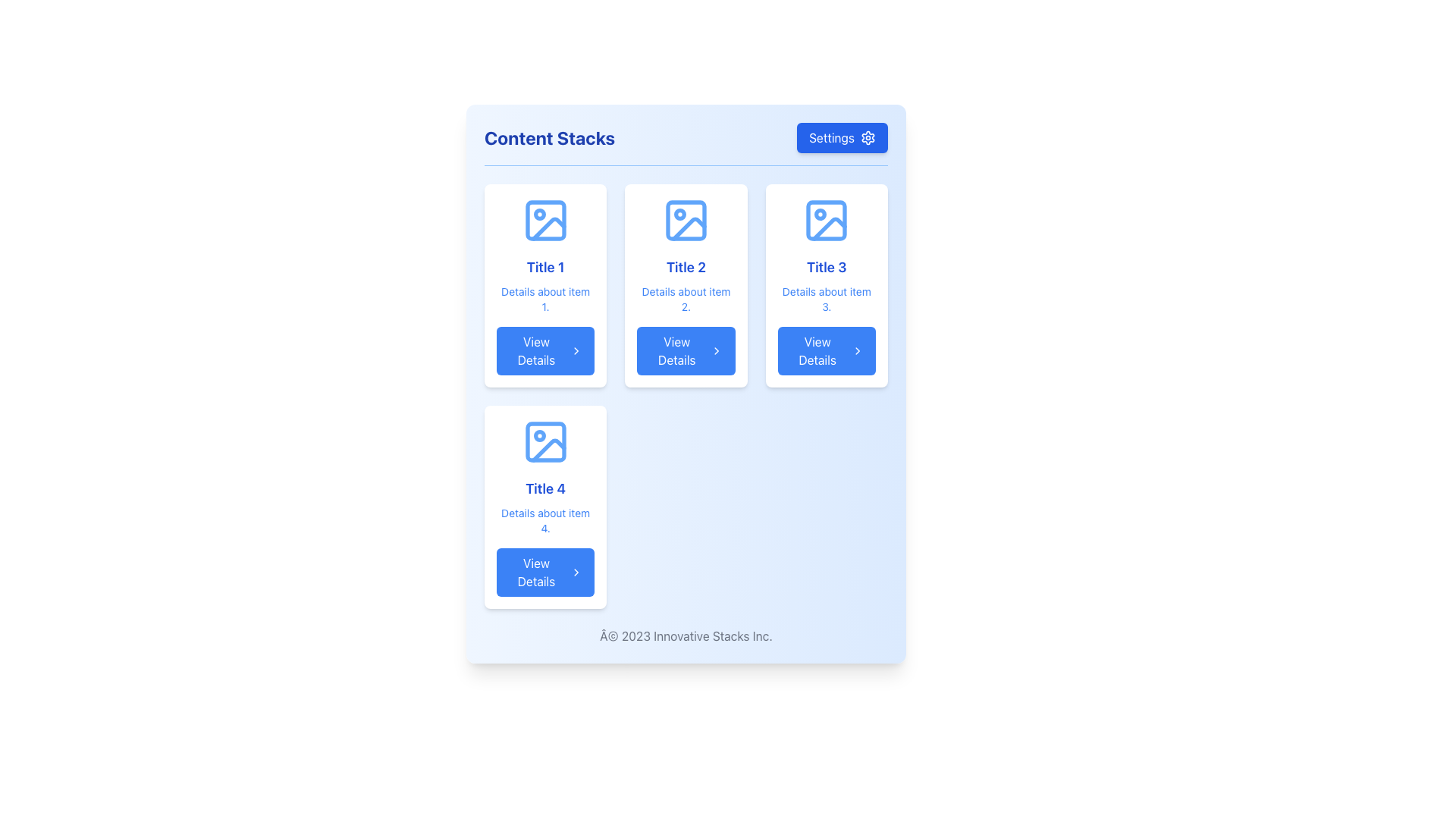 The width and height of the screenshot is (1456, 819). What do you see at coordinates (685, 220) in the screenshot?
I see `the decorative element that is a light blue rectangle with rounded corners, which serves as the background for the second image icon in the grid beneath the 'Content Stacks' title` at bounding box center [685, 220].